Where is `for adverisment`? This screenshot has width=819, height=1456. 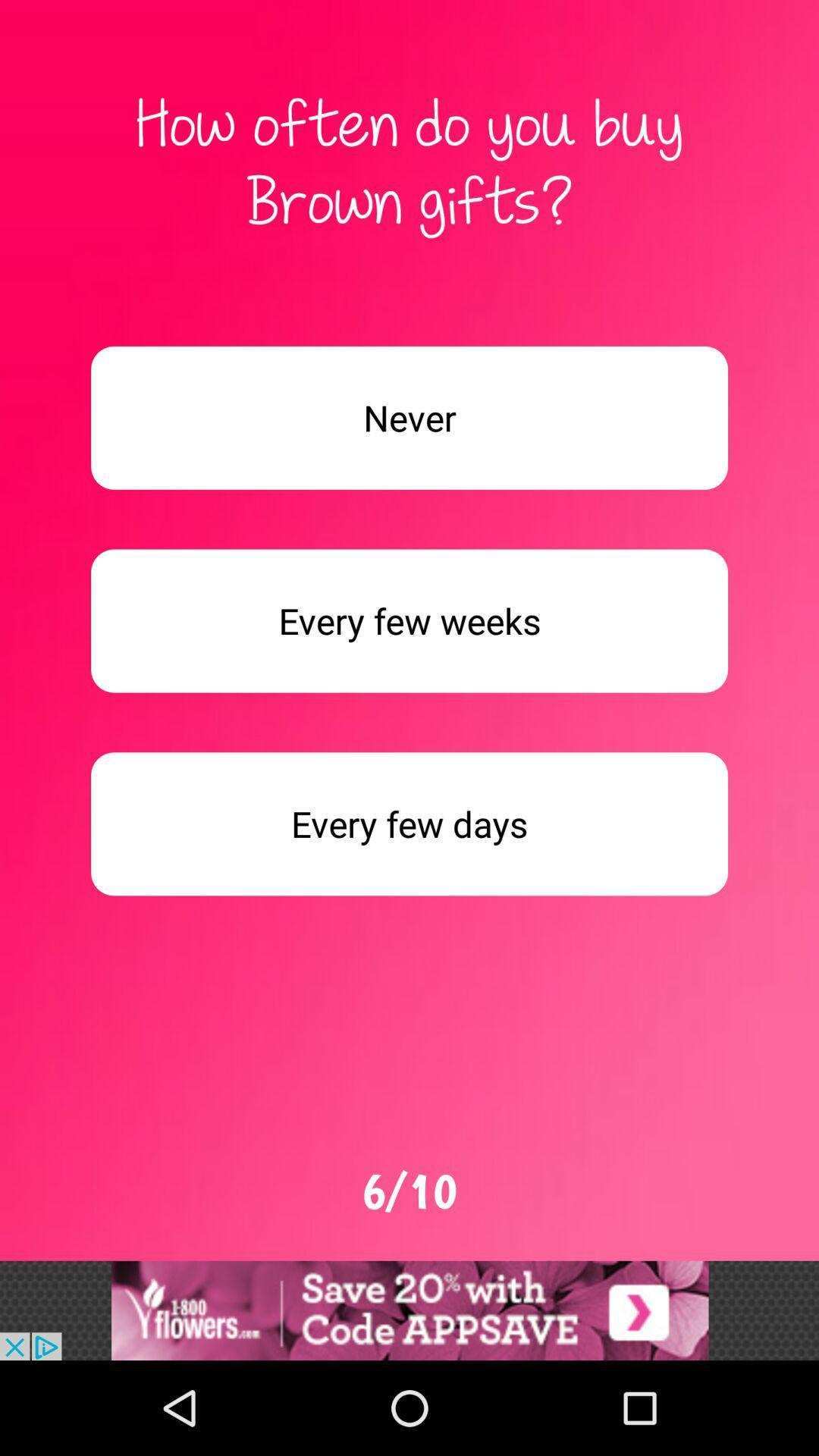 for adverisment is located at coordinates (409, 621).